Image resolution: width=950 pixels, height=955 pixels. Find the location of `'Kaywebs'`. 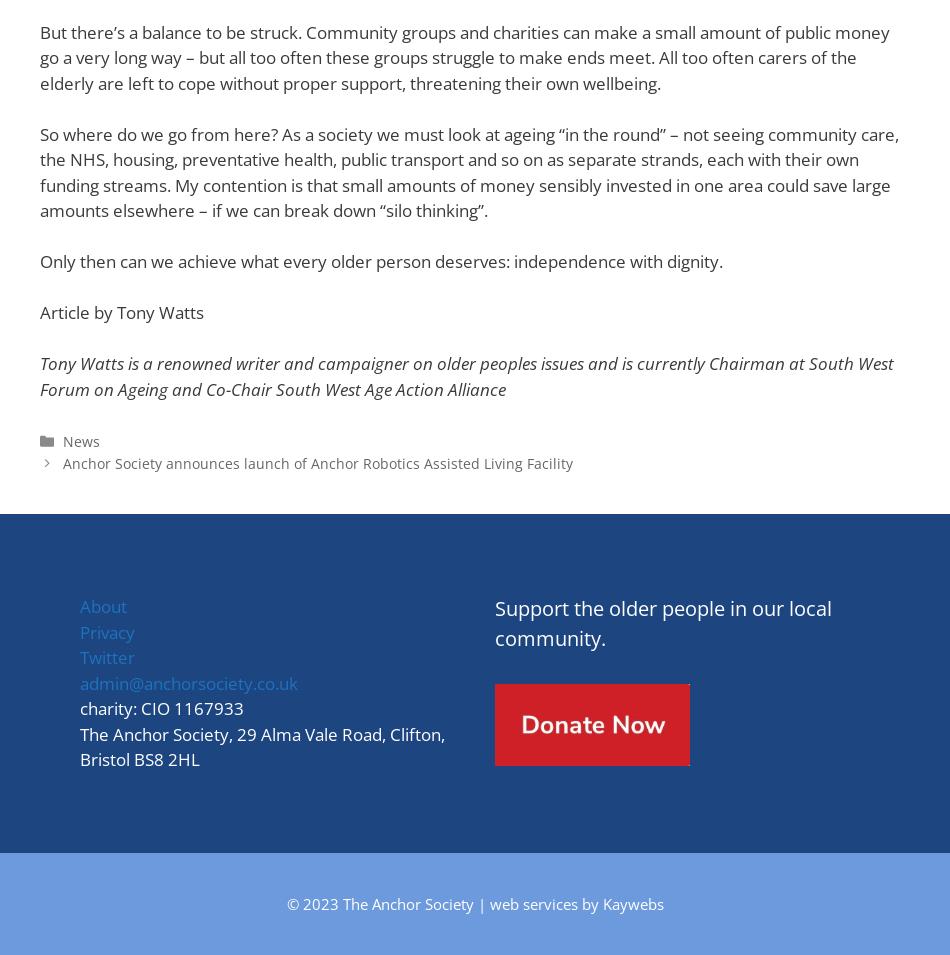

'Kaywebs' is located at coordinates (632, 902).